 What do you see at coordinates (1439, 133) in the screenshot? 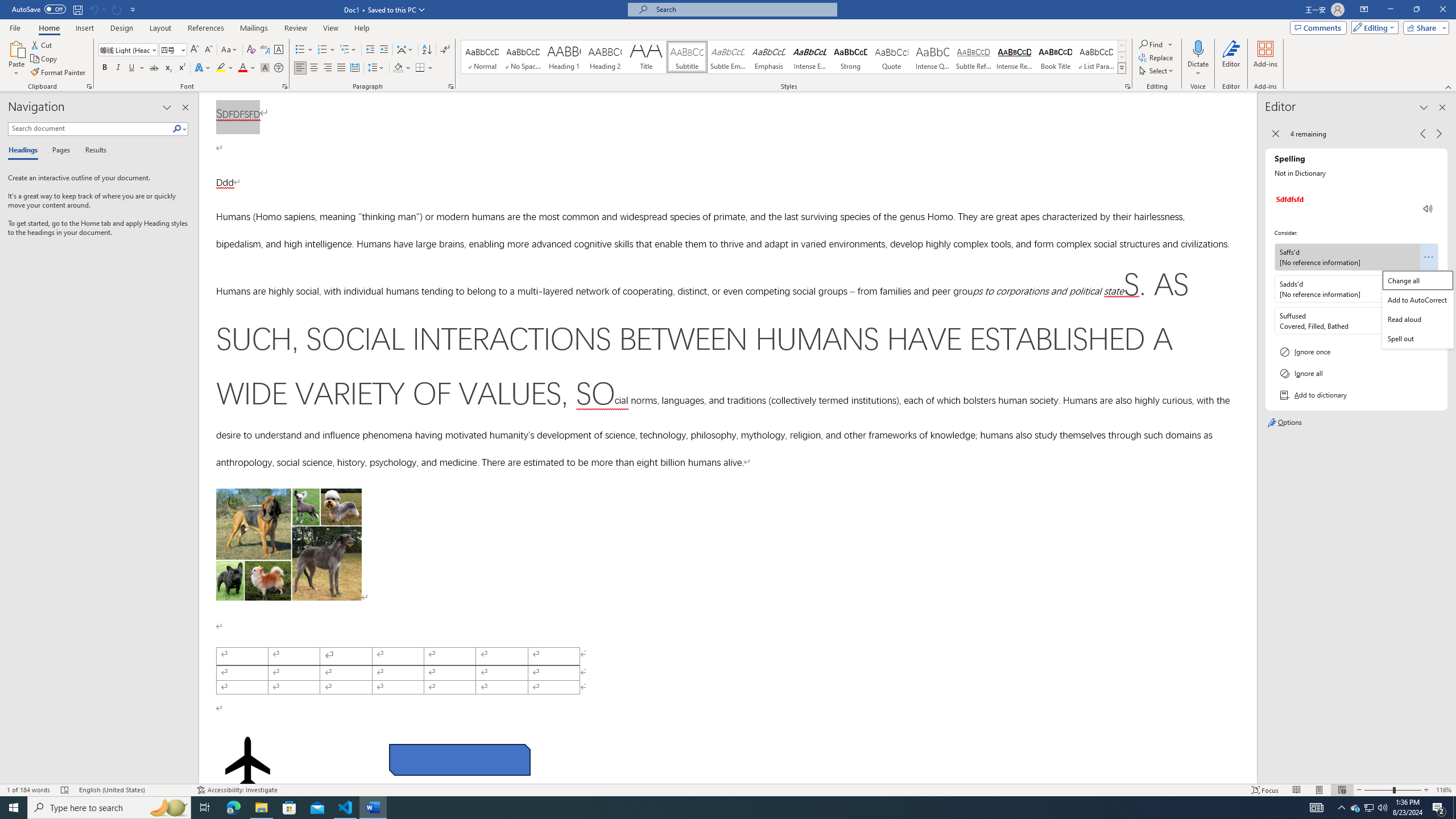
I see `'Next Issue, 4 remaining'` at bounding box center [1439, 133].